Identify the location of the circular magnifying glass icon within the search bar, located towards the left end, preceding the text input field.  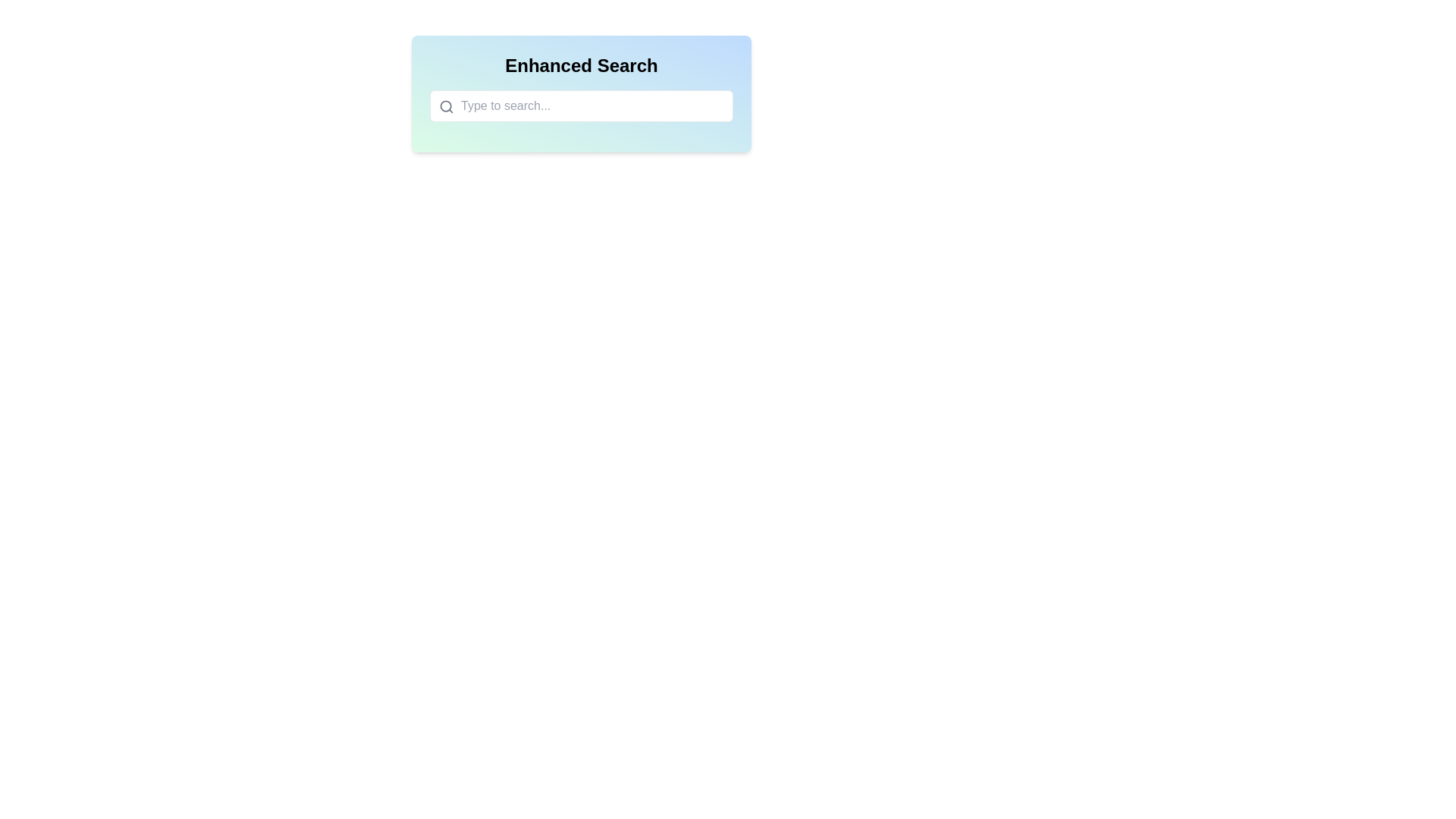
(445, 105).